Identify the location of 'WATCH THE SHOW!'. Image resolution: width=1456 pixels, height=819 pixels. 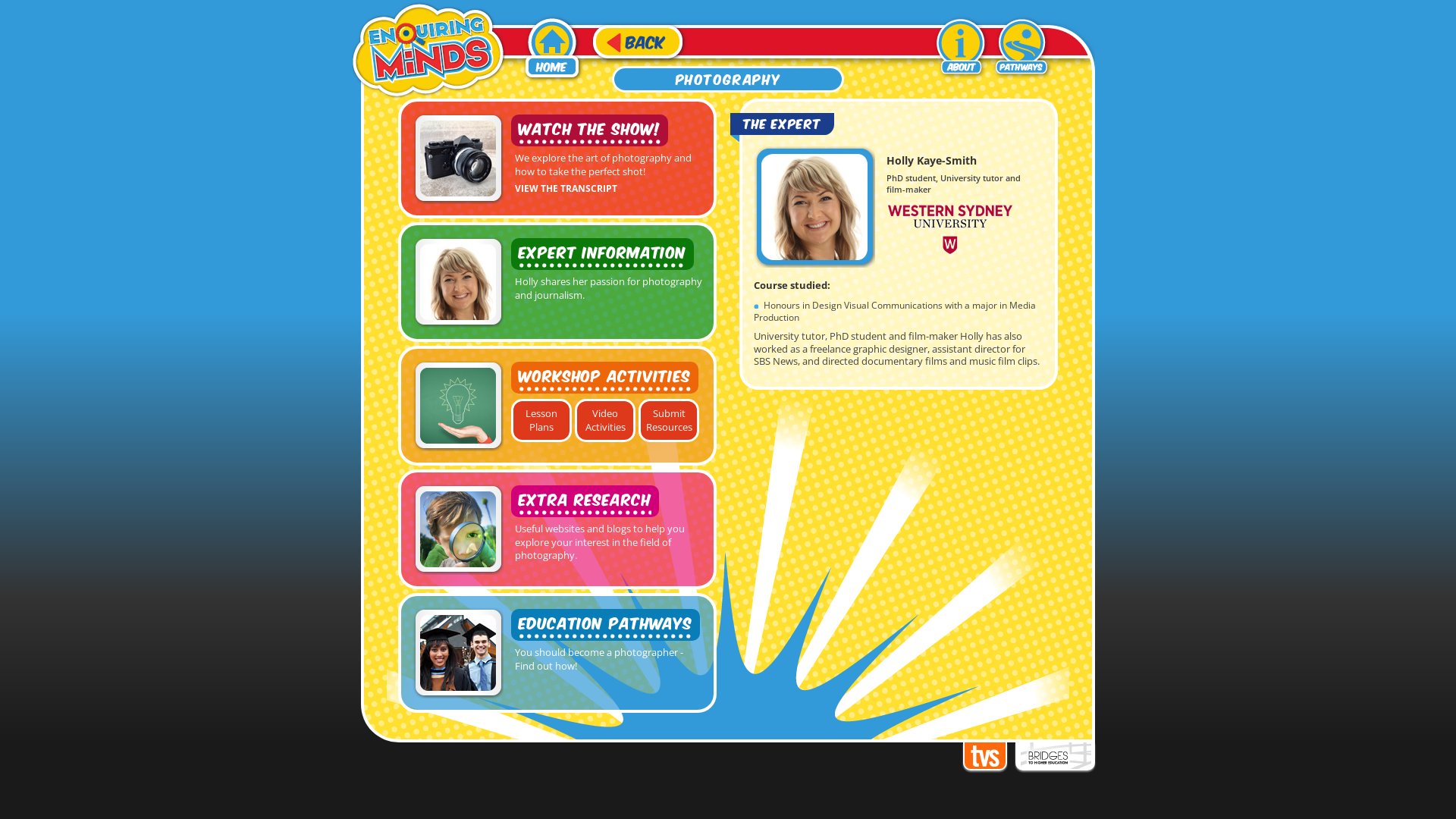
(588, 130).